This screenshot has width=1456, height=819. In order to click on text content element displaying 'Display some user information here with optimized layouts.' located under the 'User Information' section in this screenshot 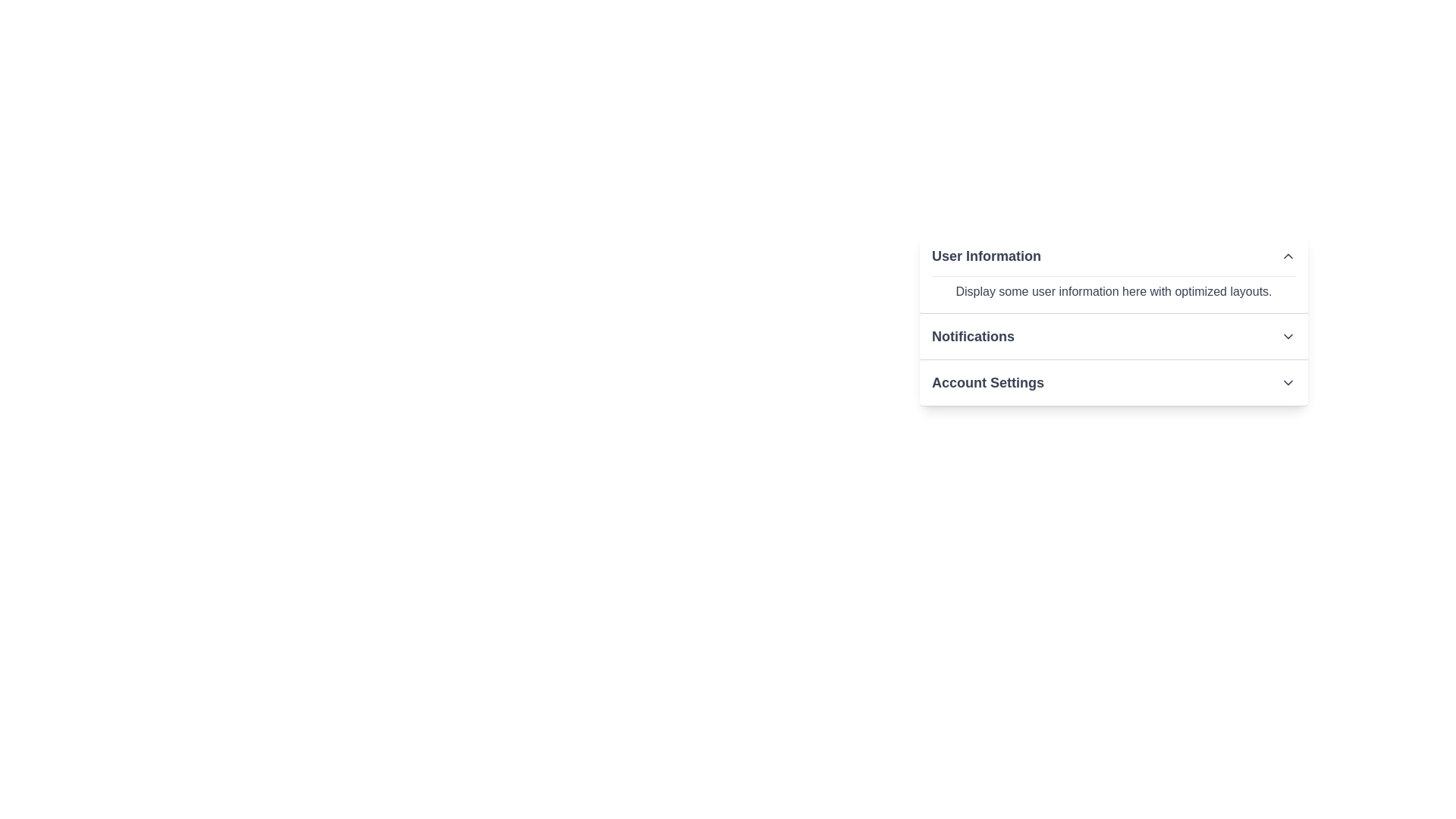, I will do `click(1113, 288)`.